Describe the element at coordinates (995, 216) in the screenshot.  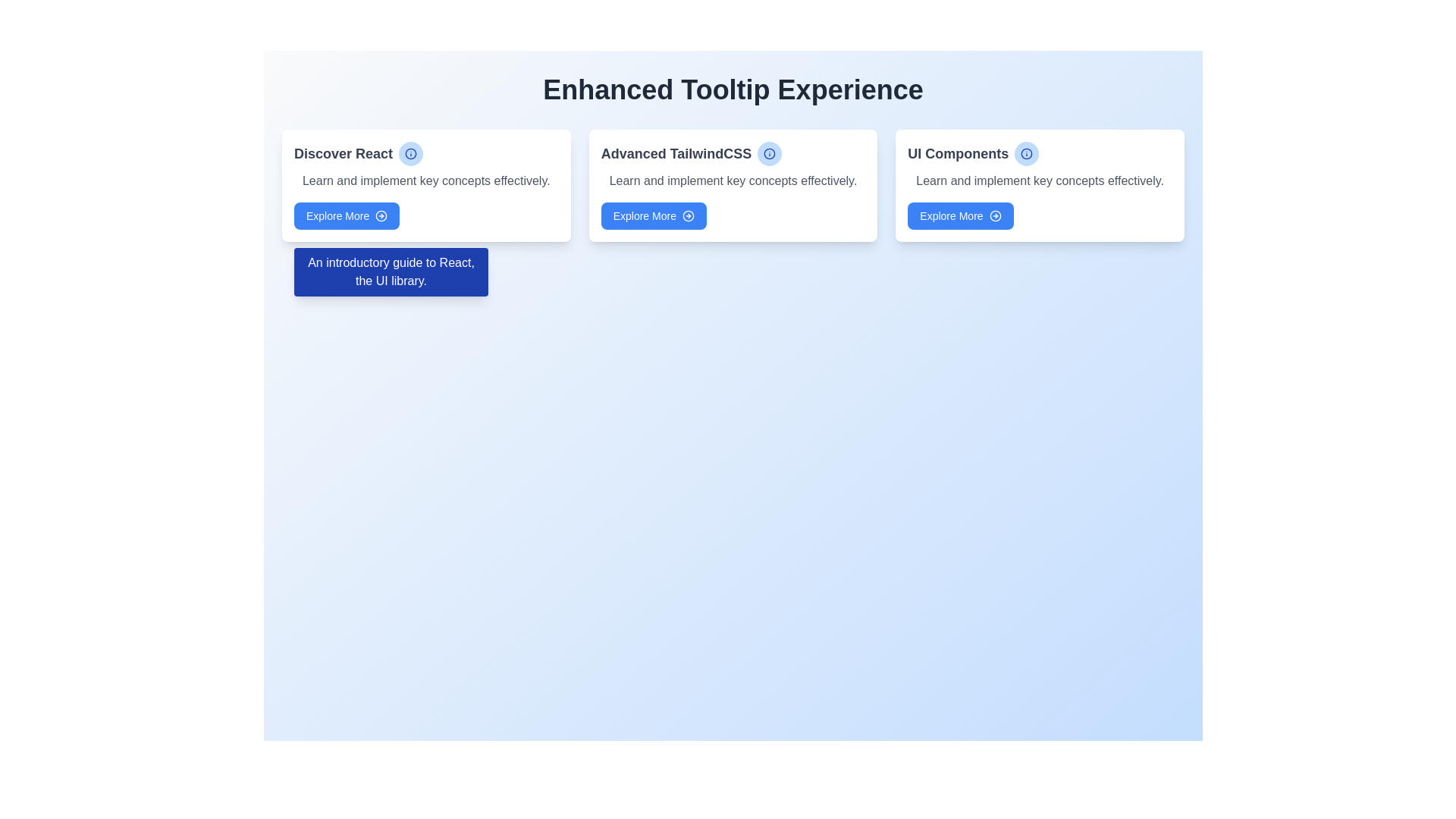
I see `the circular icon component at the right end of the 'Explore More' button in the 'UI Components' section to reinforce the action to proceed or navigate further` at that location.